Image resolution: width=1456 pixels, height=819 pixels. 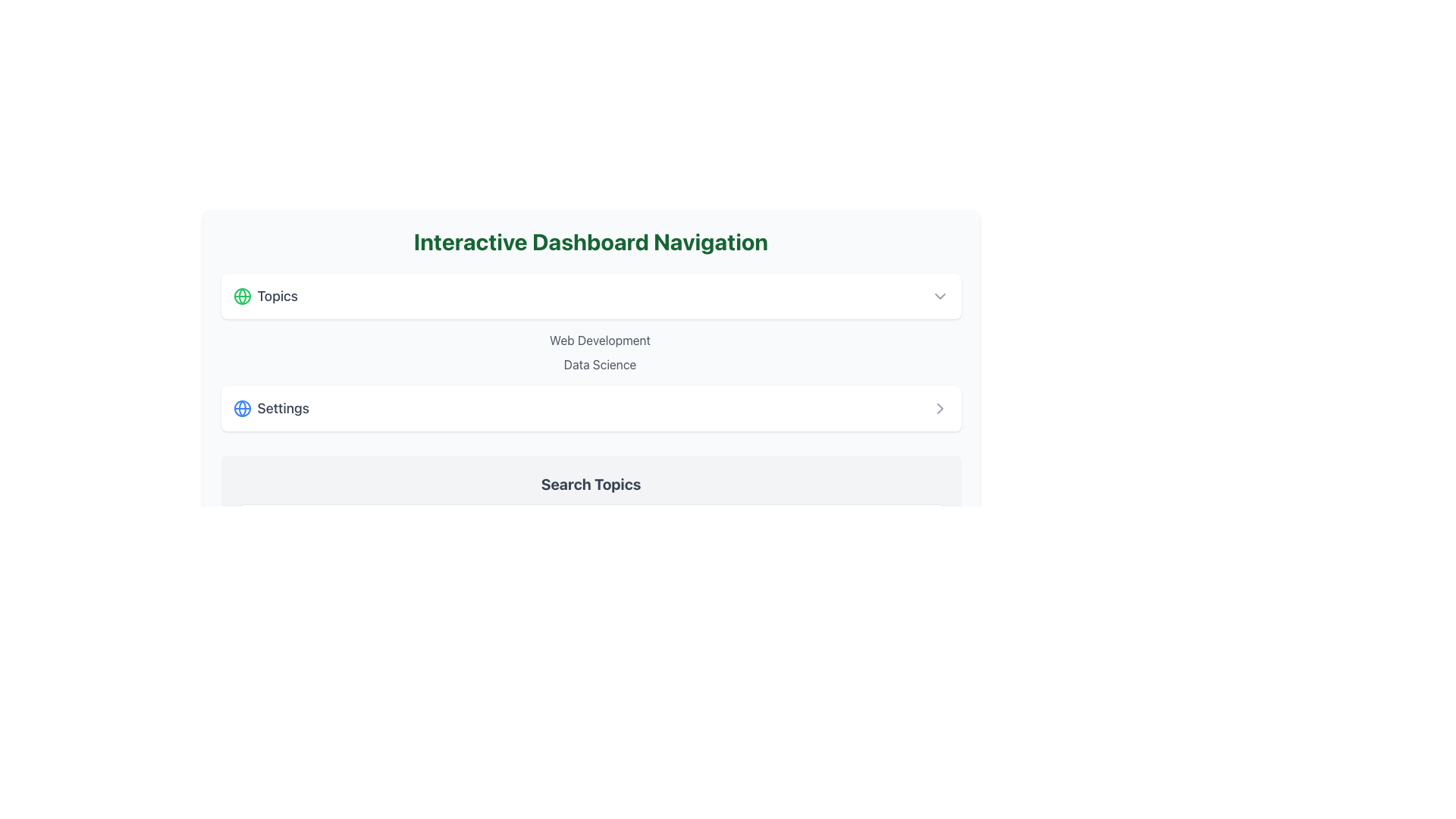 What do you see at coordinates (599, 365) in the screenshot?
I see `the 'Data Science' text label located under the 'Web Development' item in the 'Interactive Dashboard Navigation' menu` at bounding box center [599, 365].